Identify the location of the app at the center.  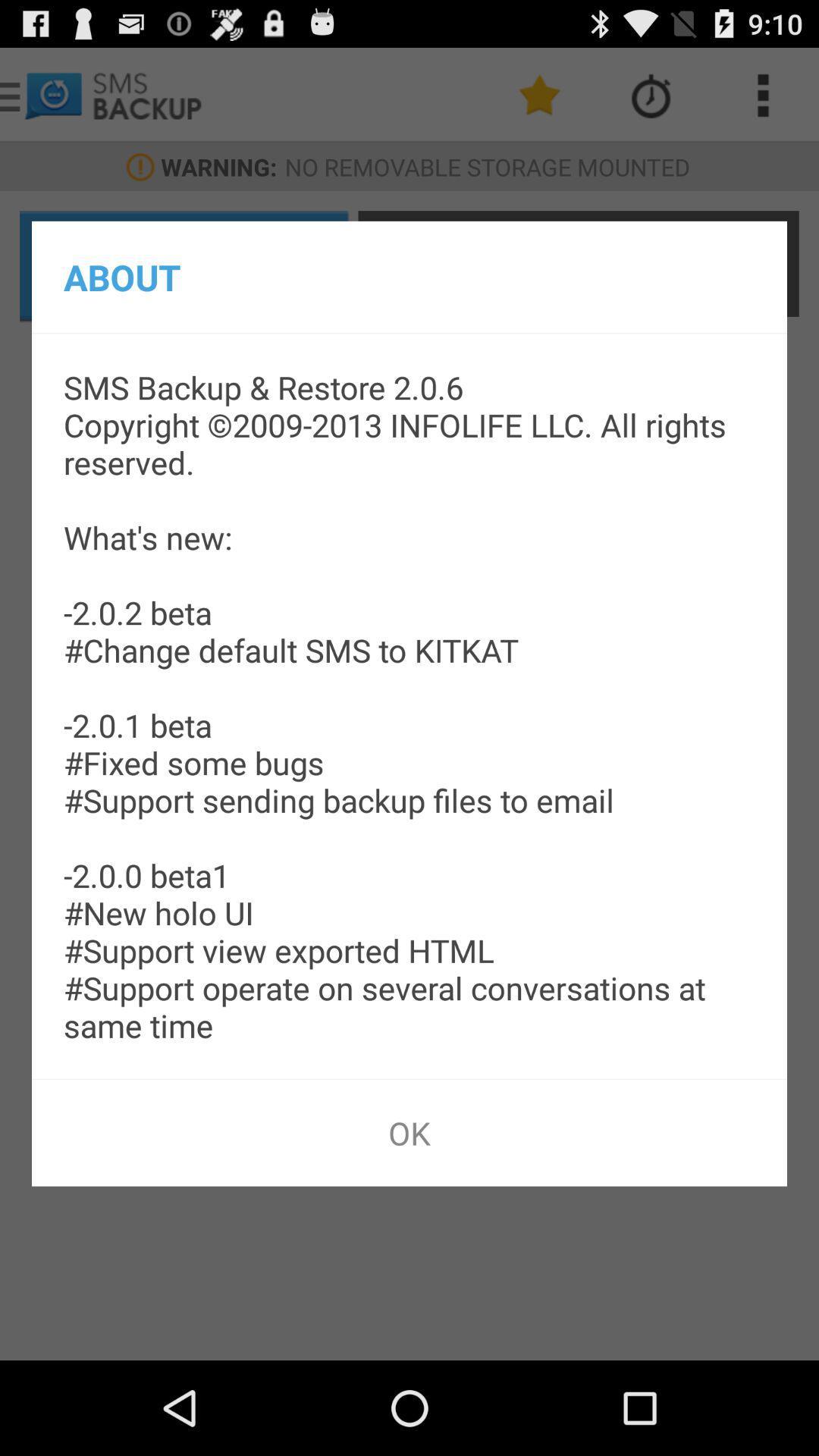
(409, 705).